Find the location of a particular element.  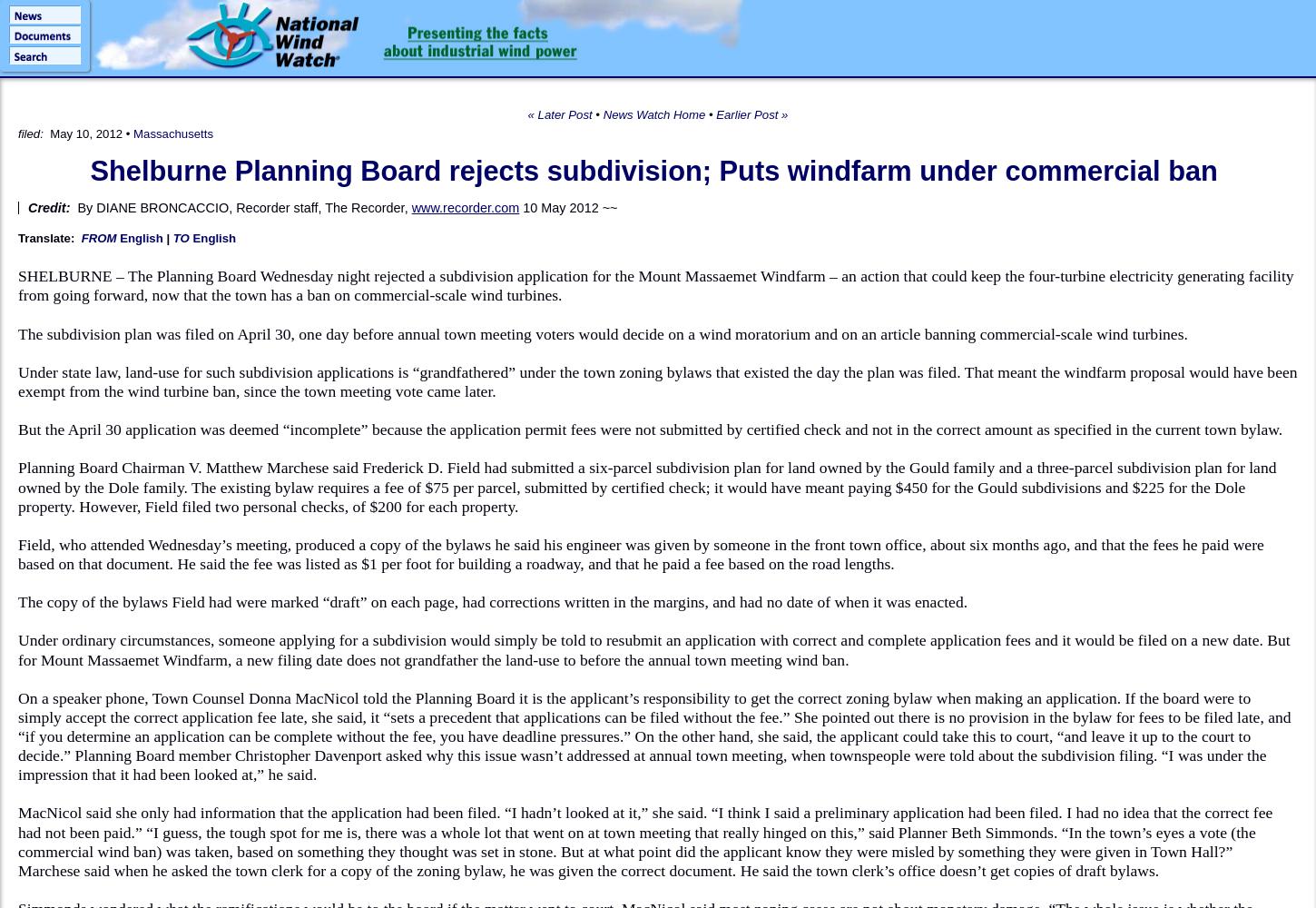

'~~' is located at coordinates (606, 206).